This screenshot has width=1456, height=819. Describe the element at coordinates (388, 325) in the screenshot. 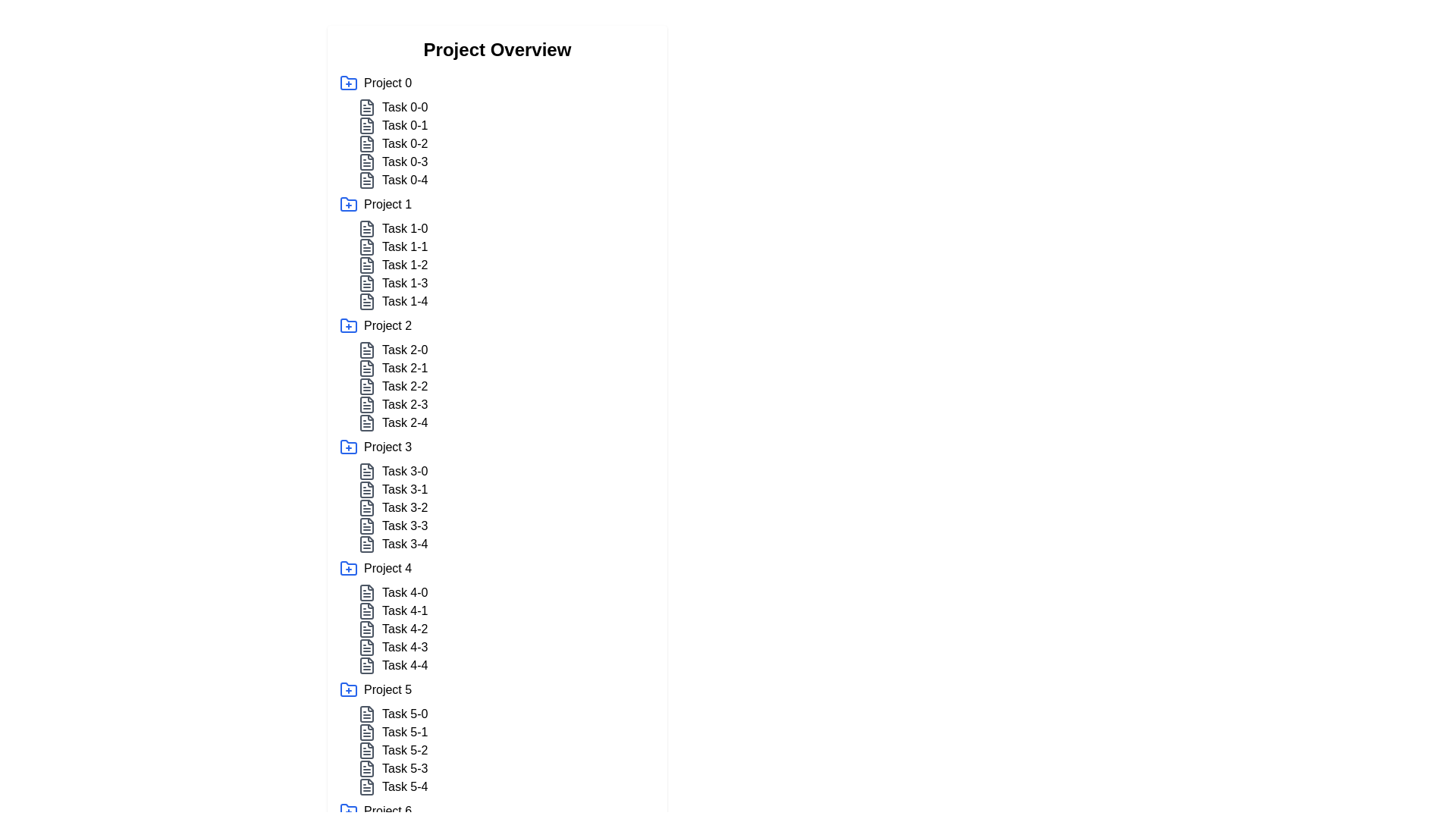

I see `the label for the 'Project 2' section` at that location.